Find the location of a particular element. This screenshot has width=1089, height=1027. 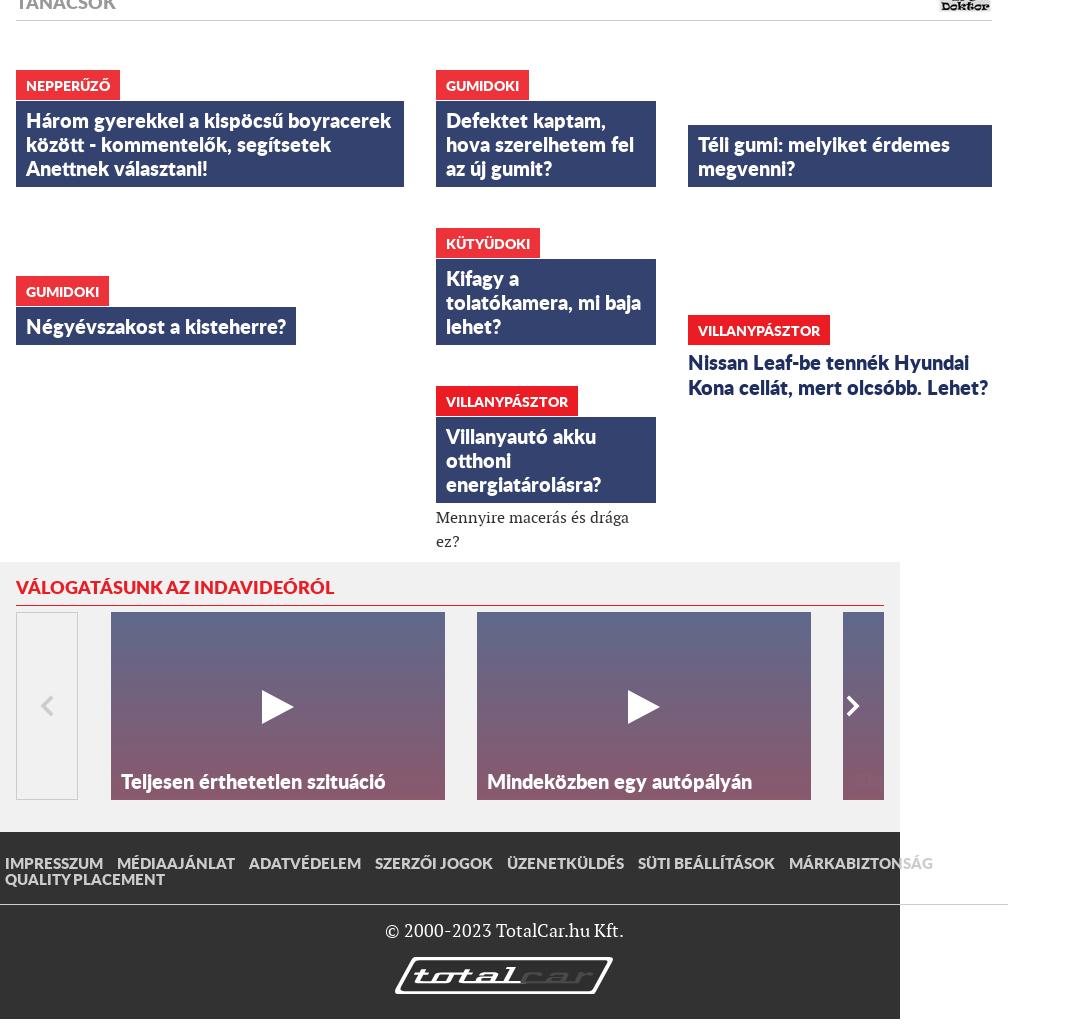

'© 2000-2023 TotalCar.hu Kft.' is located at coordinates (503, 929).